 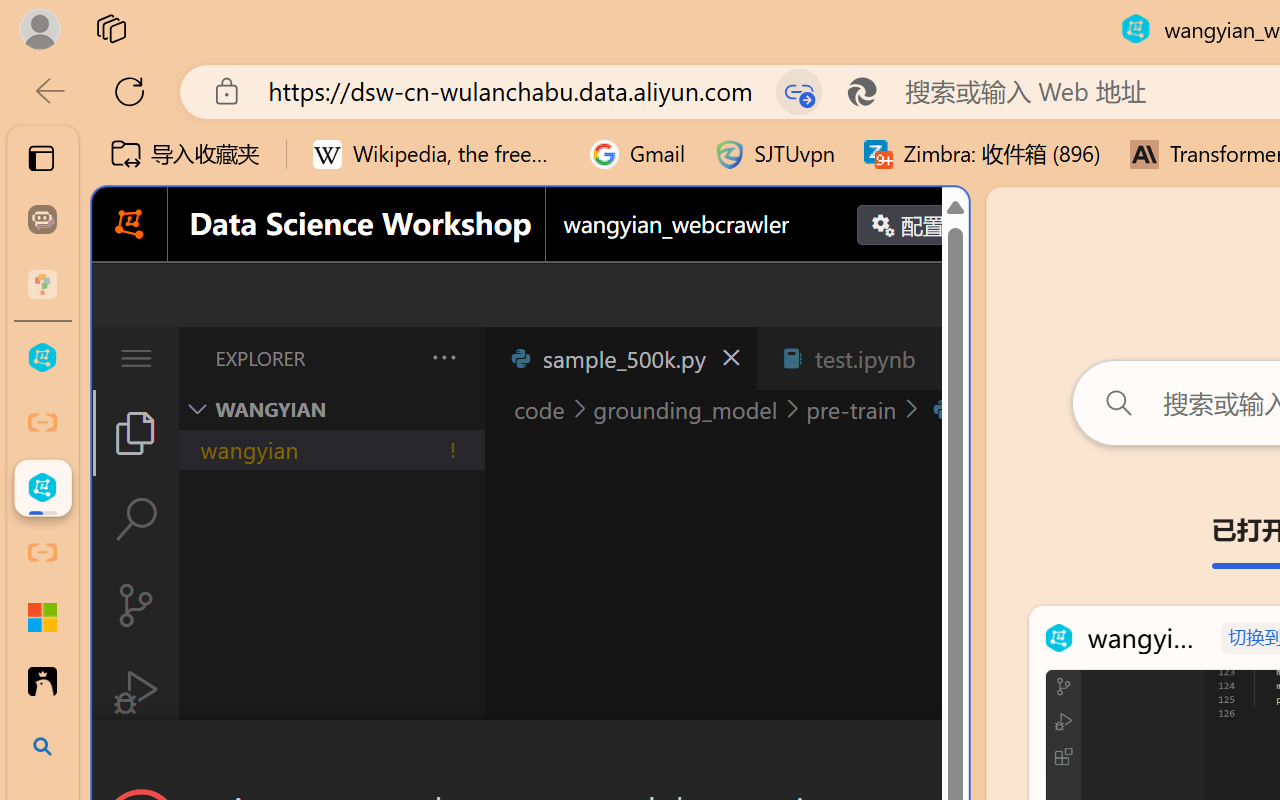 I want to click on 'SJTUvpn', so click(x=773, y=154).